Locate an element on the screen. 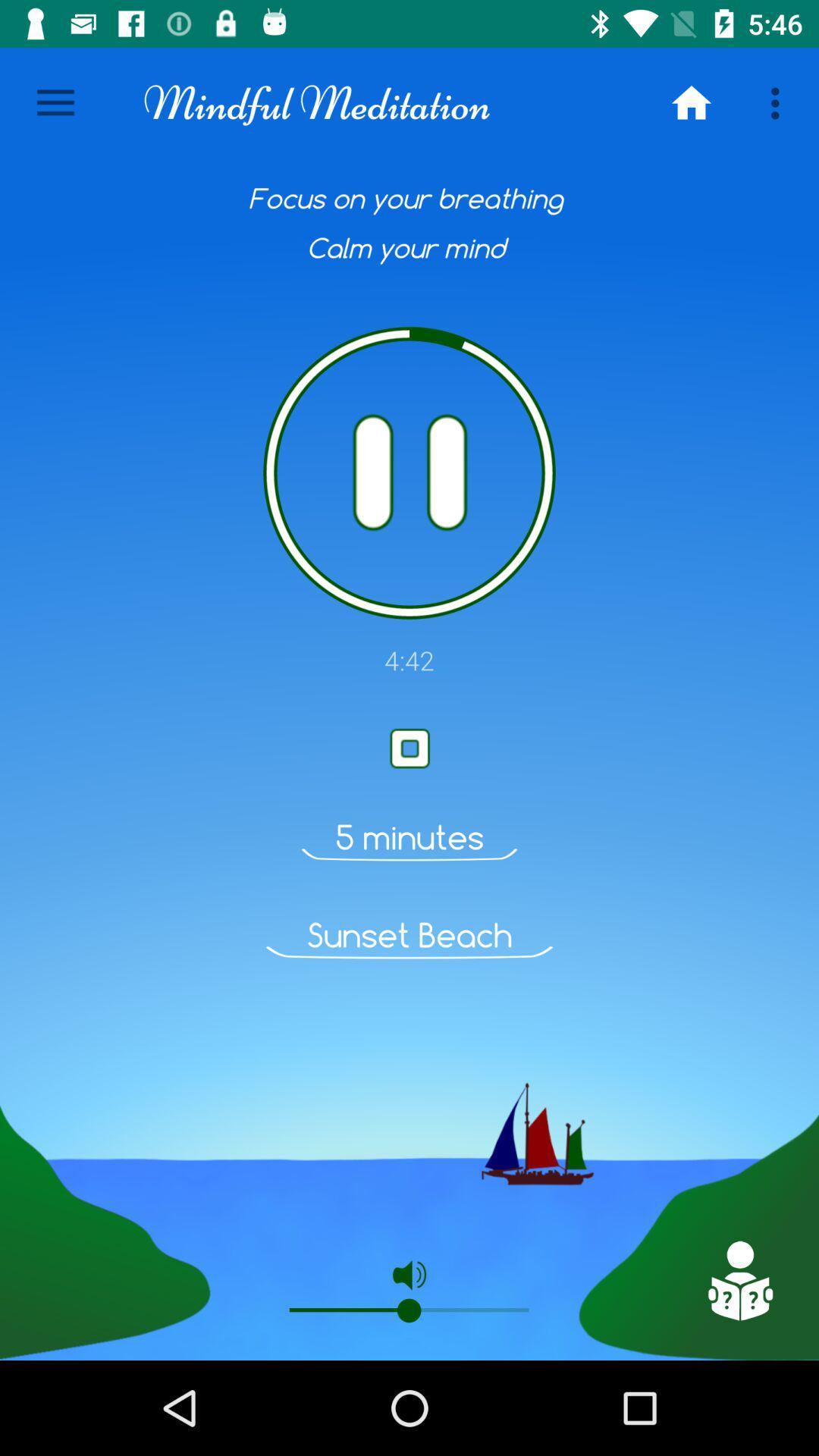 This screenshot has height=1456, width=819. icon to the left of mindful meditation is located at coordinates (55, 102).